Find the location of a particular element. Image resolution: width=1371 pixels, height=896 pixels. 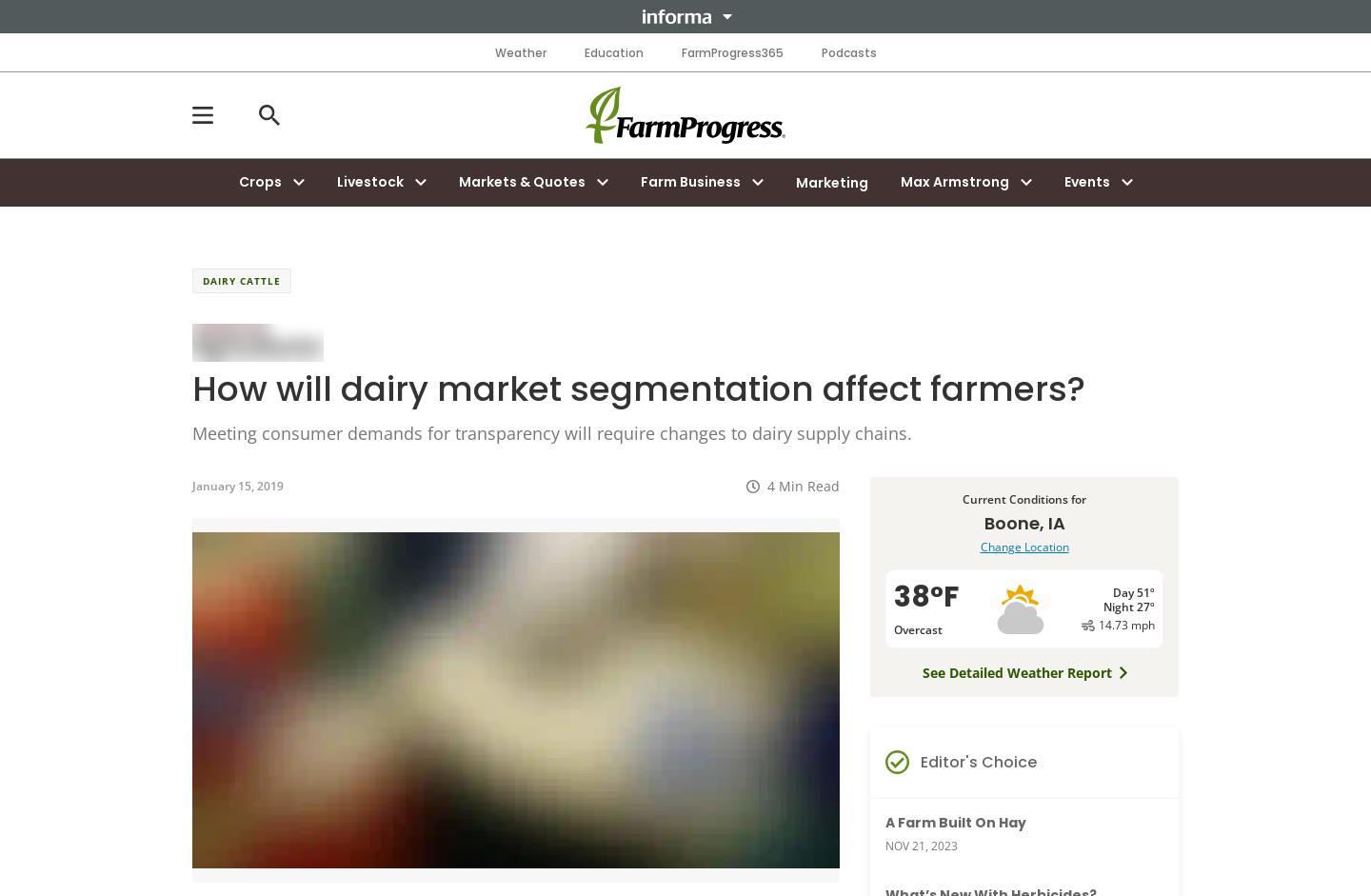

'Livestock' is located at coordinates (368, 180).